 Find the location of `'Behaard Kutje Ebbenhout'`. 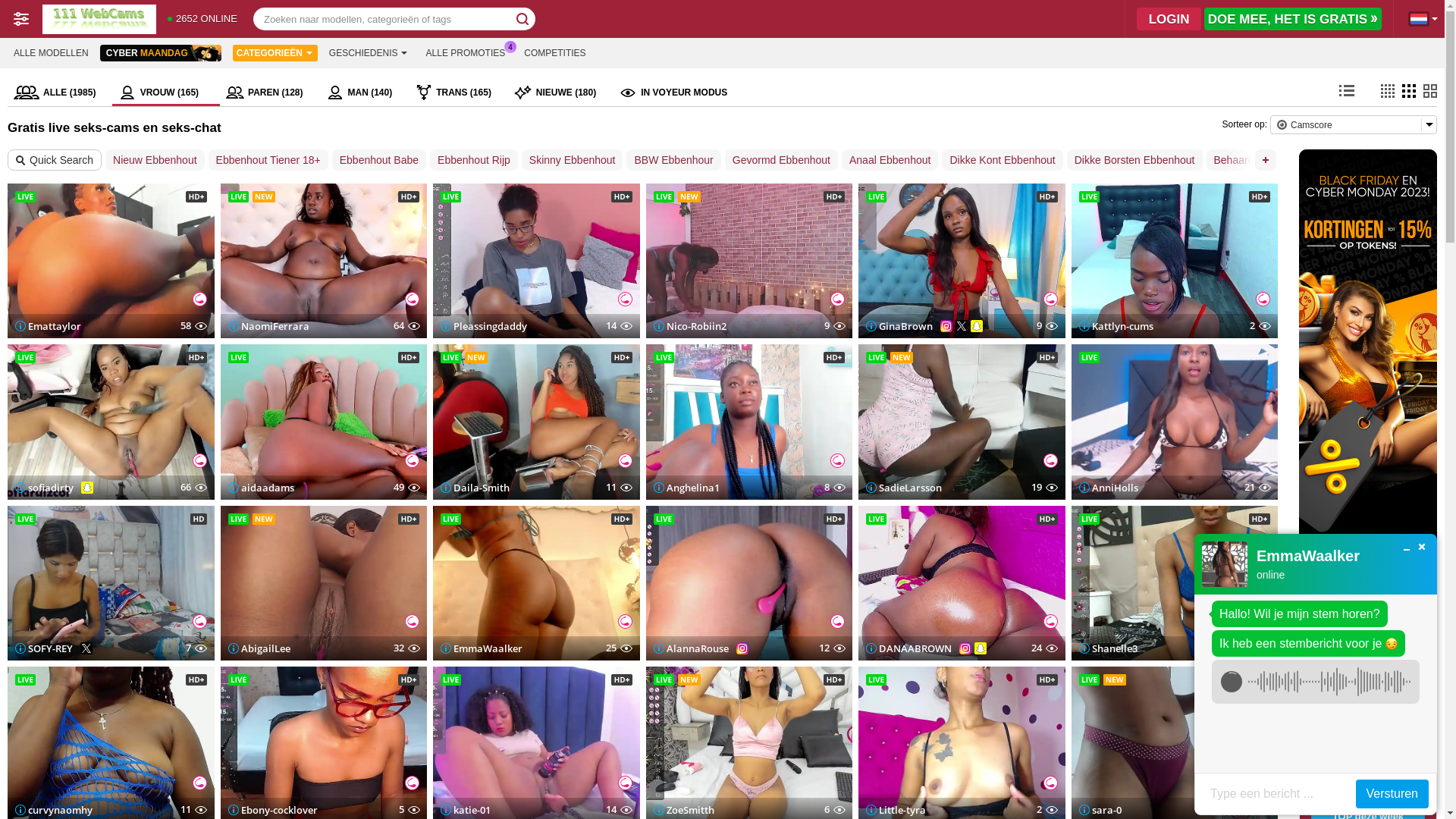

'Behaard Kutje Ebbenhout' is located at coordinates (1274, 160).